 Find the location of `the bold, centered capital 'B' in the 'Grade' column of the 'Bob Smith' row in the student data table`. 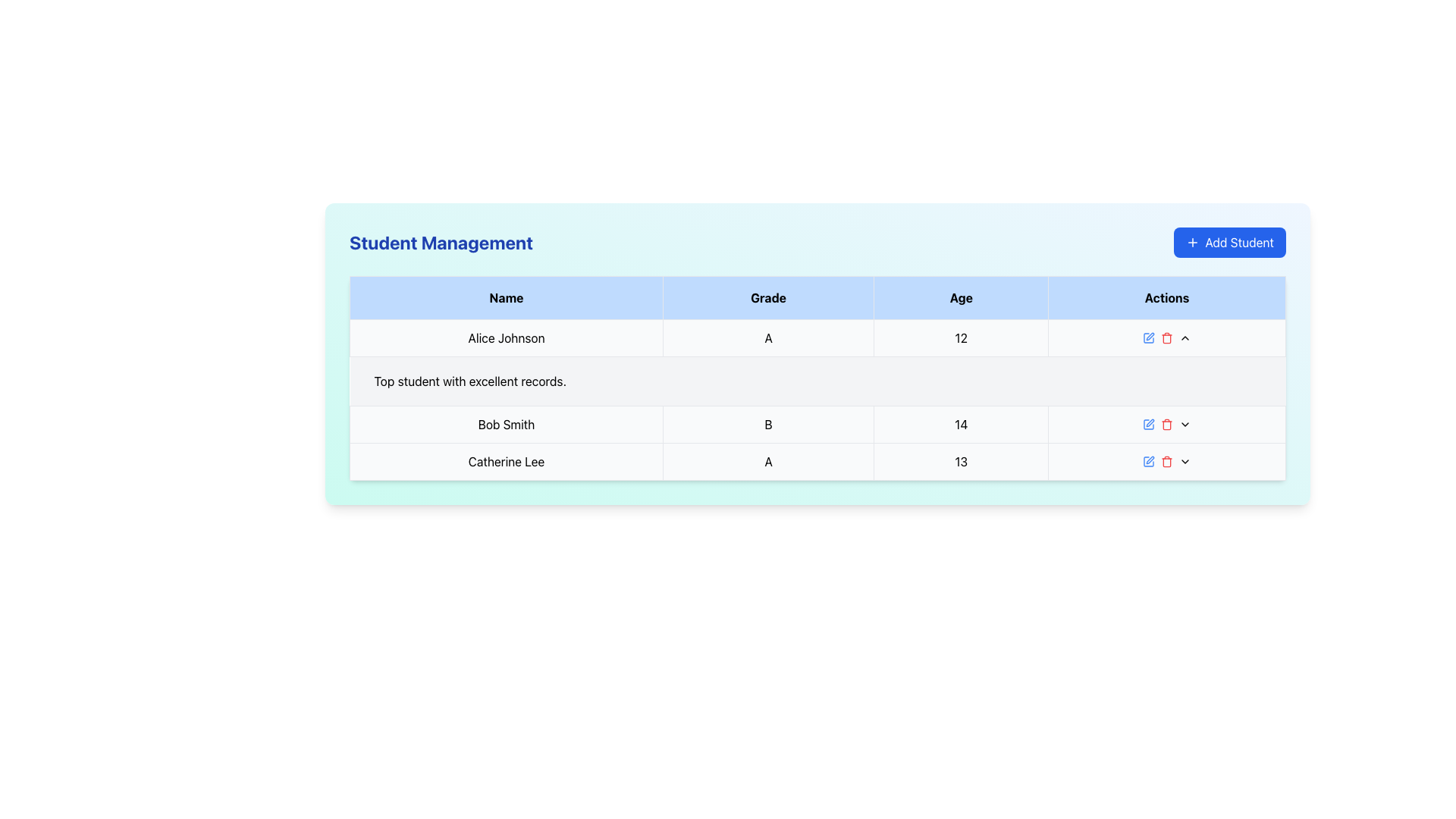

the bold, centered capital 'B' in the 'Grade' column of the 'Bob Smith' row in the student data table is located at coordinates (768, 424).